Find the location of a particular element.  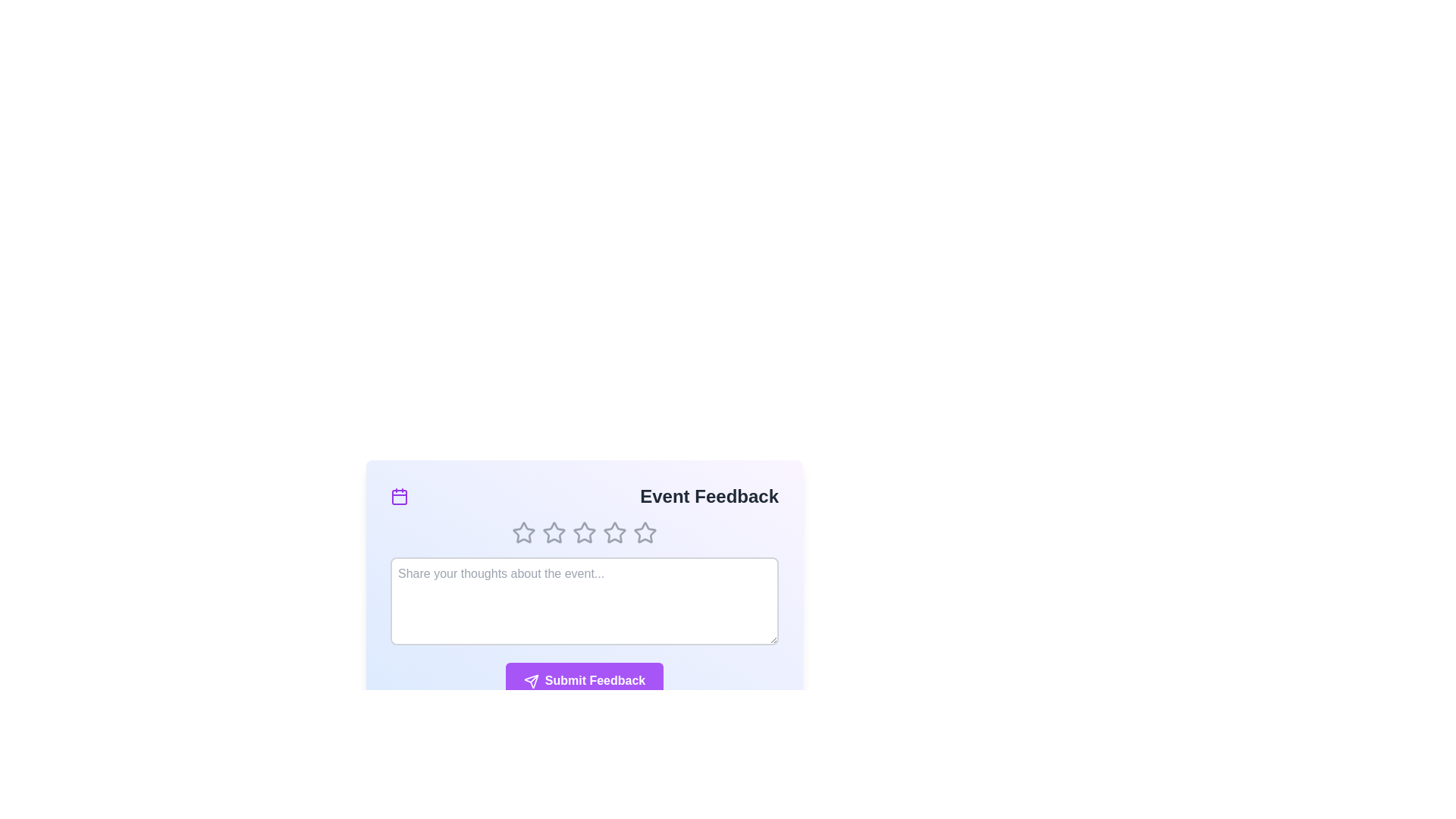

the first star rating icon is located at coordinates (524, 532).